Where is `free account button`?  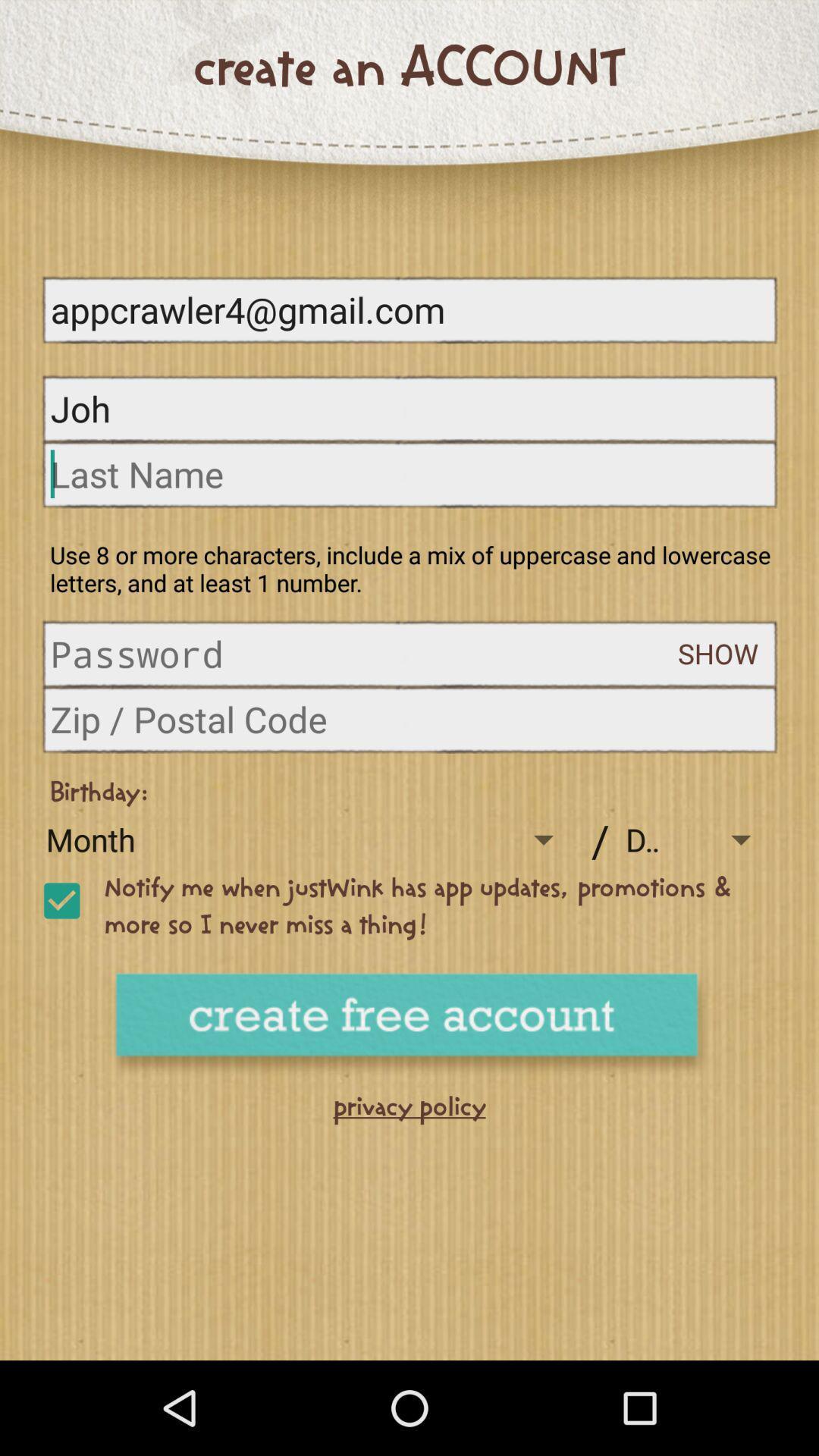 free account button is located at coordinates (409, 1025).